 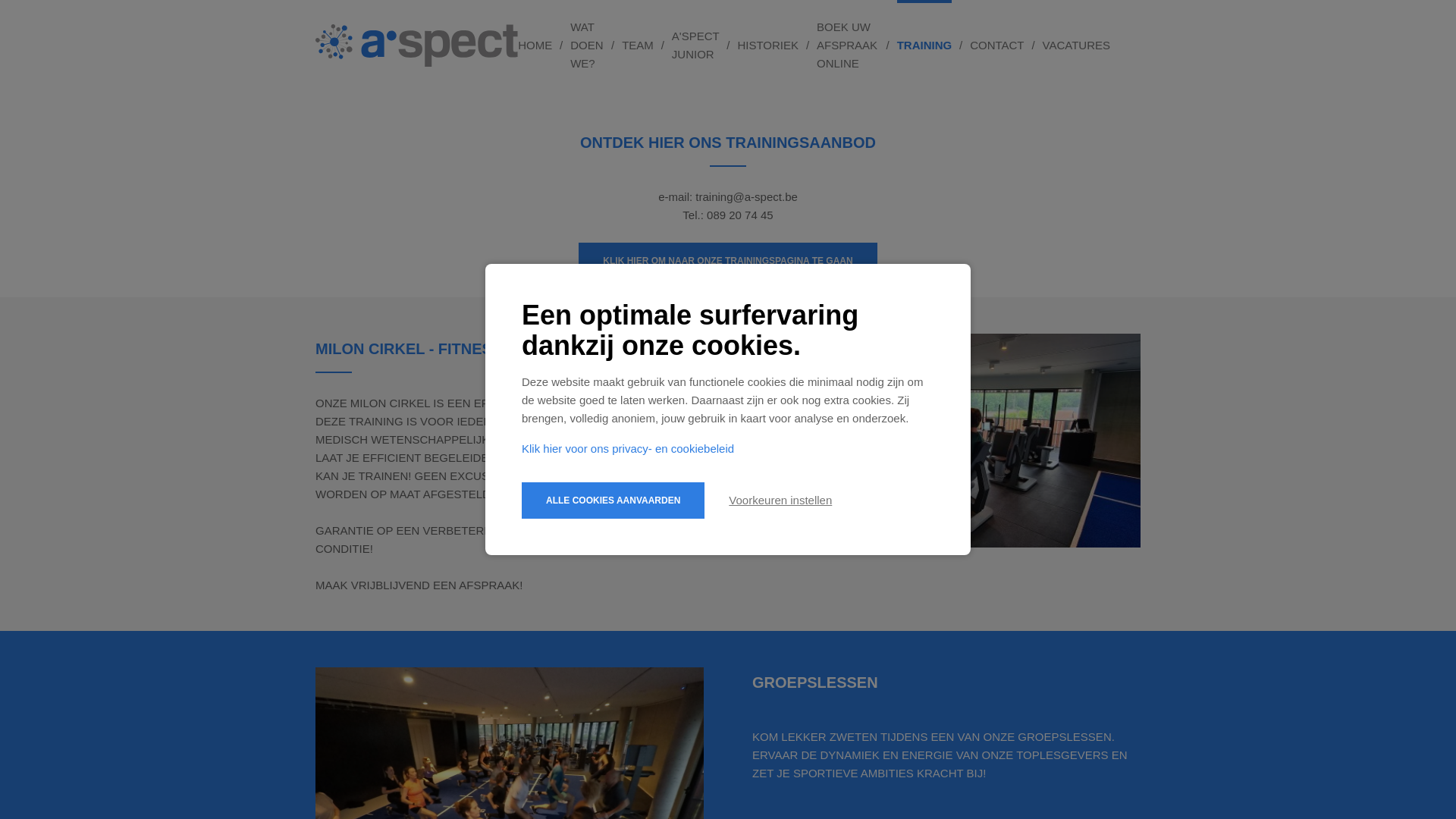 I want to click on 'VACATURES', so click(x=1041, y=45).